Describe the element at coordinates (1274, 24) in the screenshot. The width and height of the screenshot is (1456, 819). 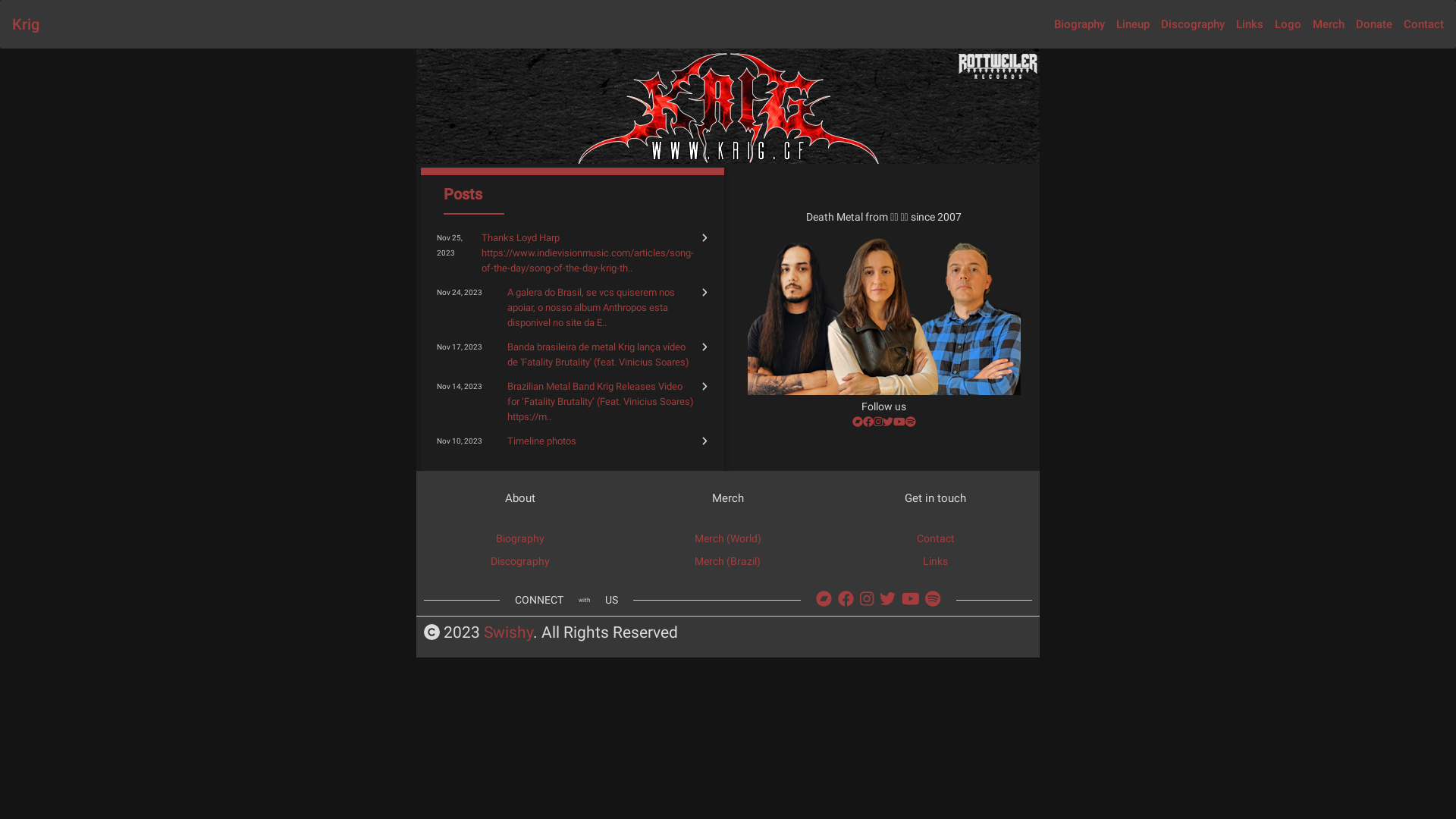
I see `'Logo'` at that location.